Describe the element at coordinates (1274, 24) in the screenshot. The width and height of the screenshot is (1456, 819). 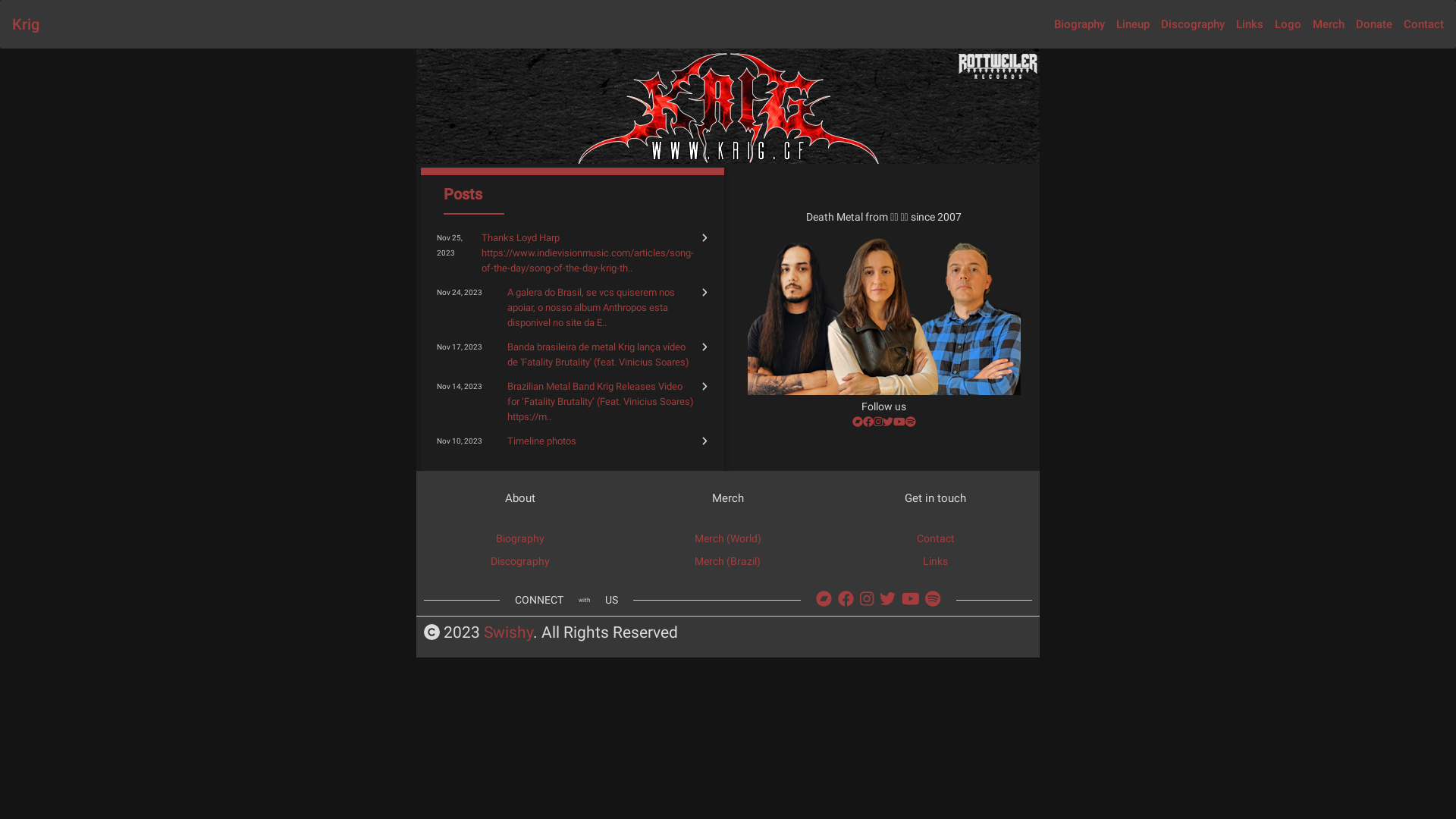
I see `'Logo'` at that location.